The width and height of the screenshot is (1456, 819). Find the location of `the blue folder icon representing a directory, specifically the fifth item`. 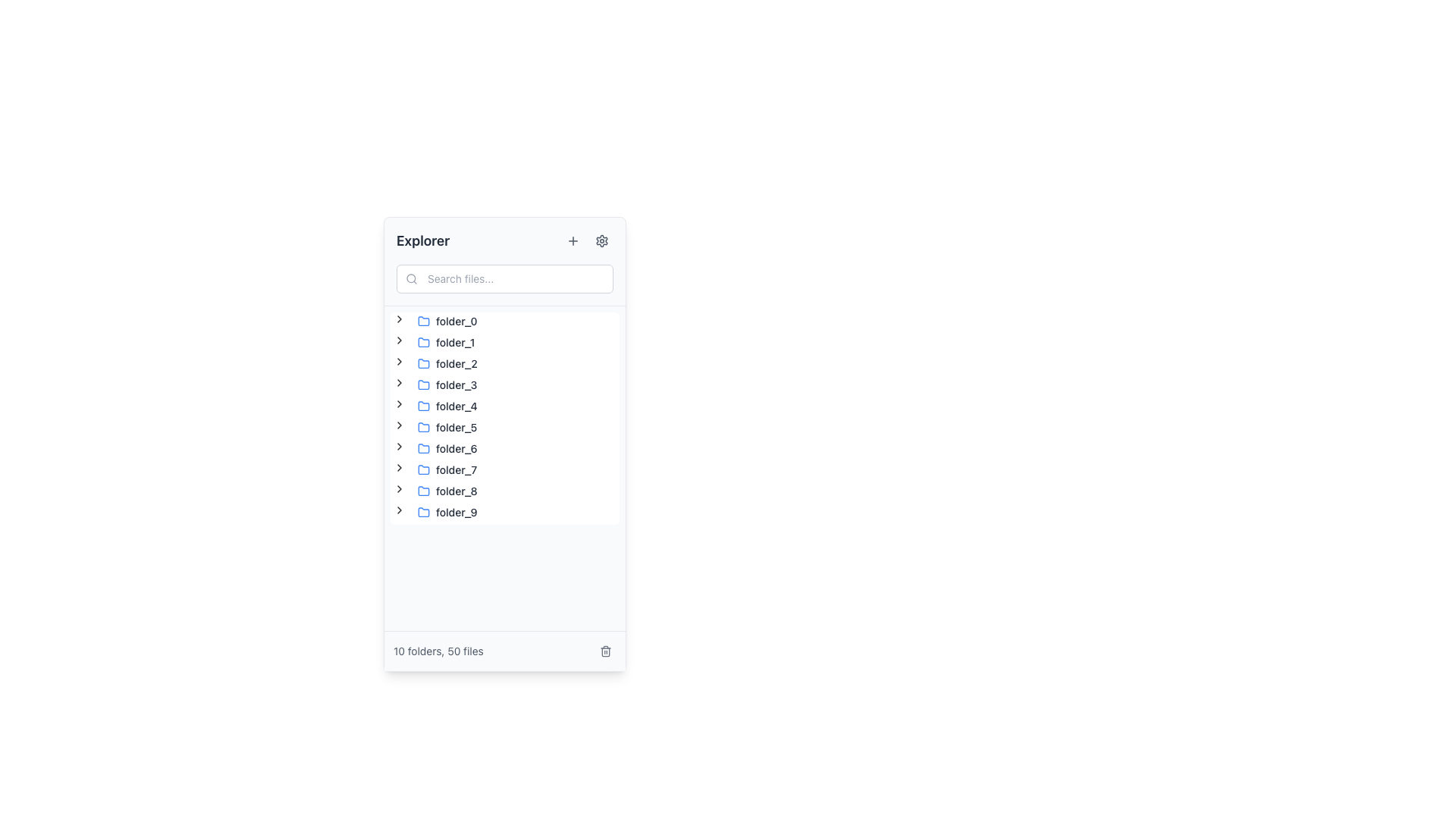

the blue folder icon representing a directory, specifically the fifth item is located at coordinates (423, 405).